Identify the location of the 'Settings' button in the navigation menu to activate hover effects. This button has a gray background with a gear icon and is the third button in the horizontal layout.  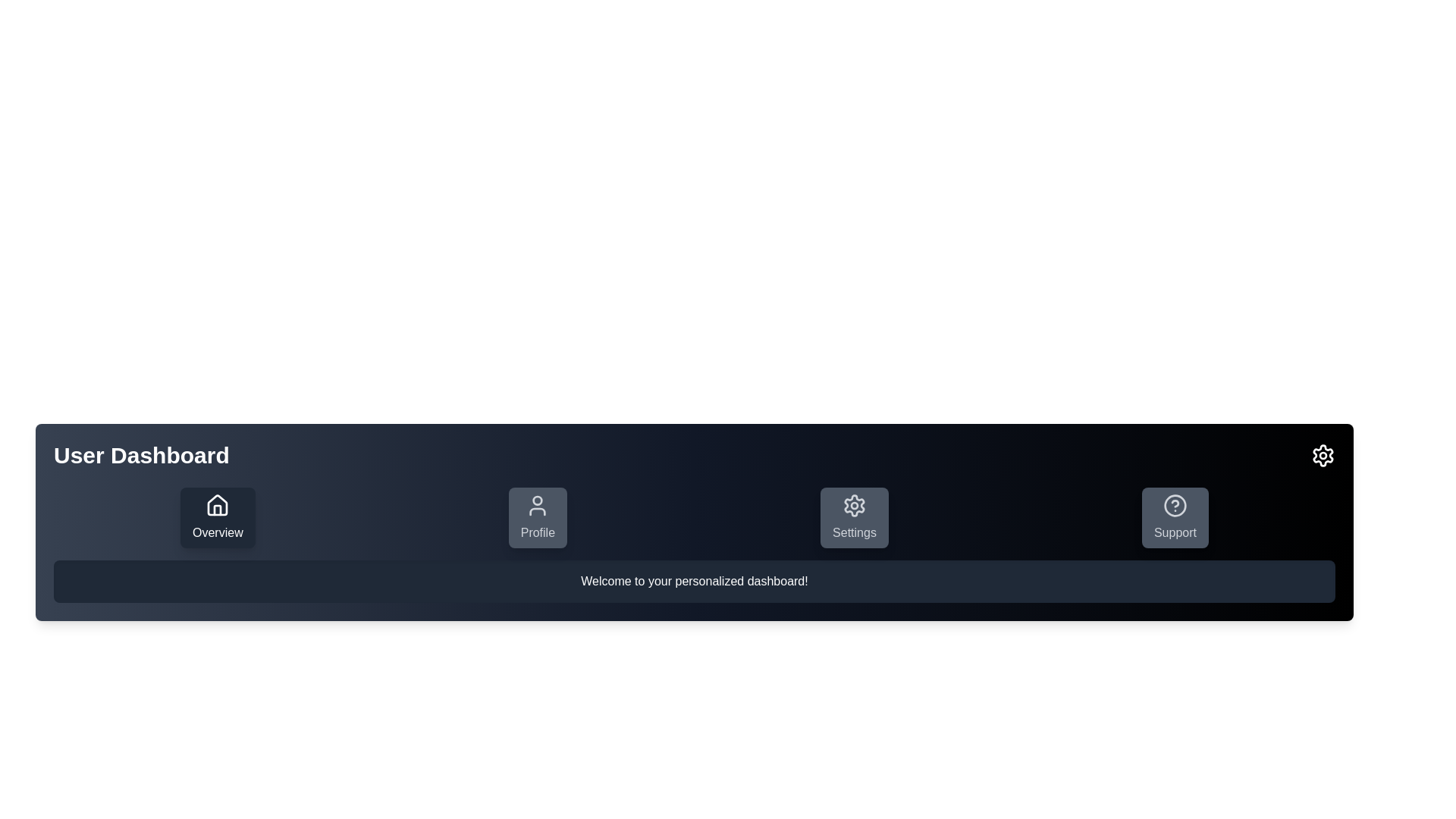
(855, 516).